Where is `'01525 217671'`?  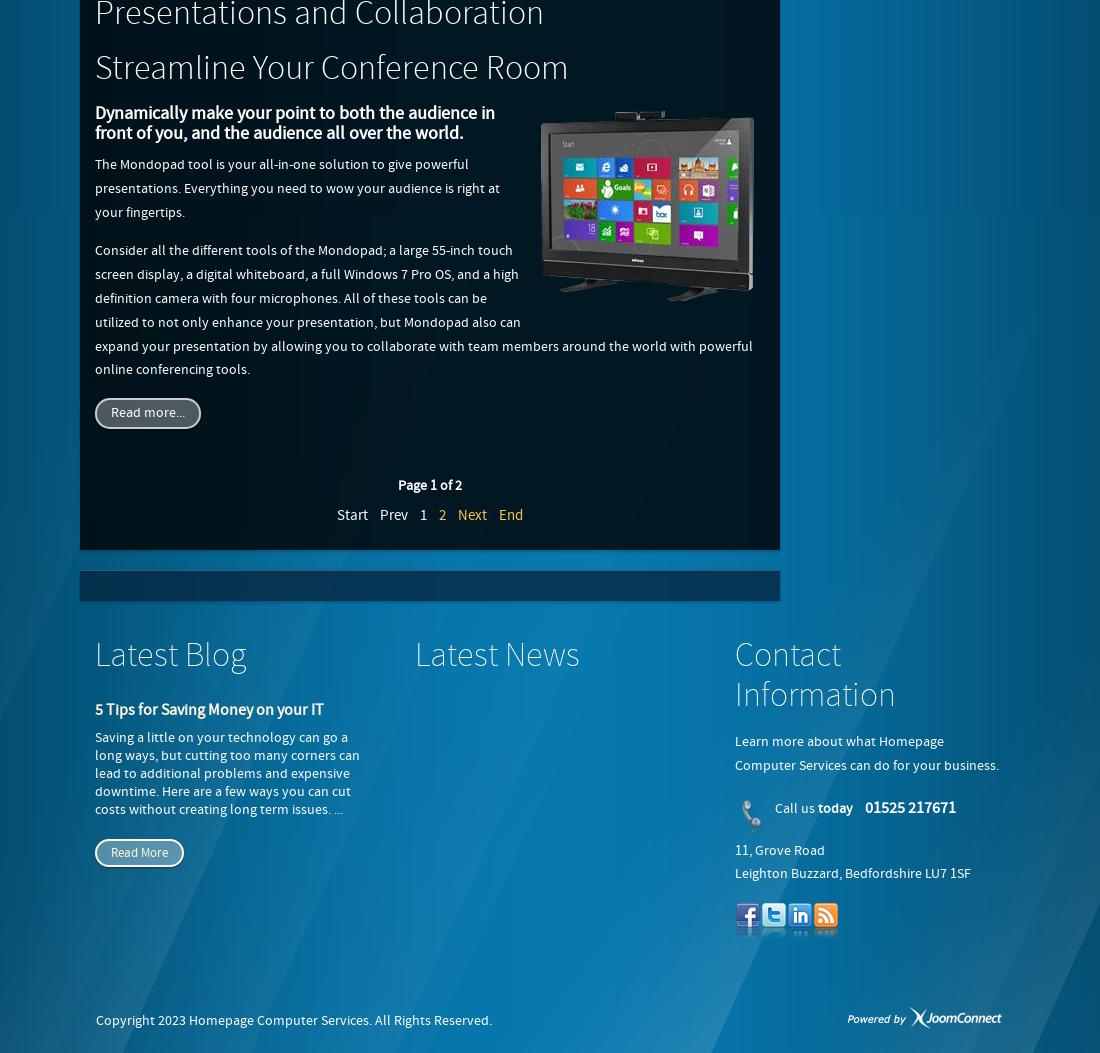
'01525 217671' is located at coordinates (910, 807).